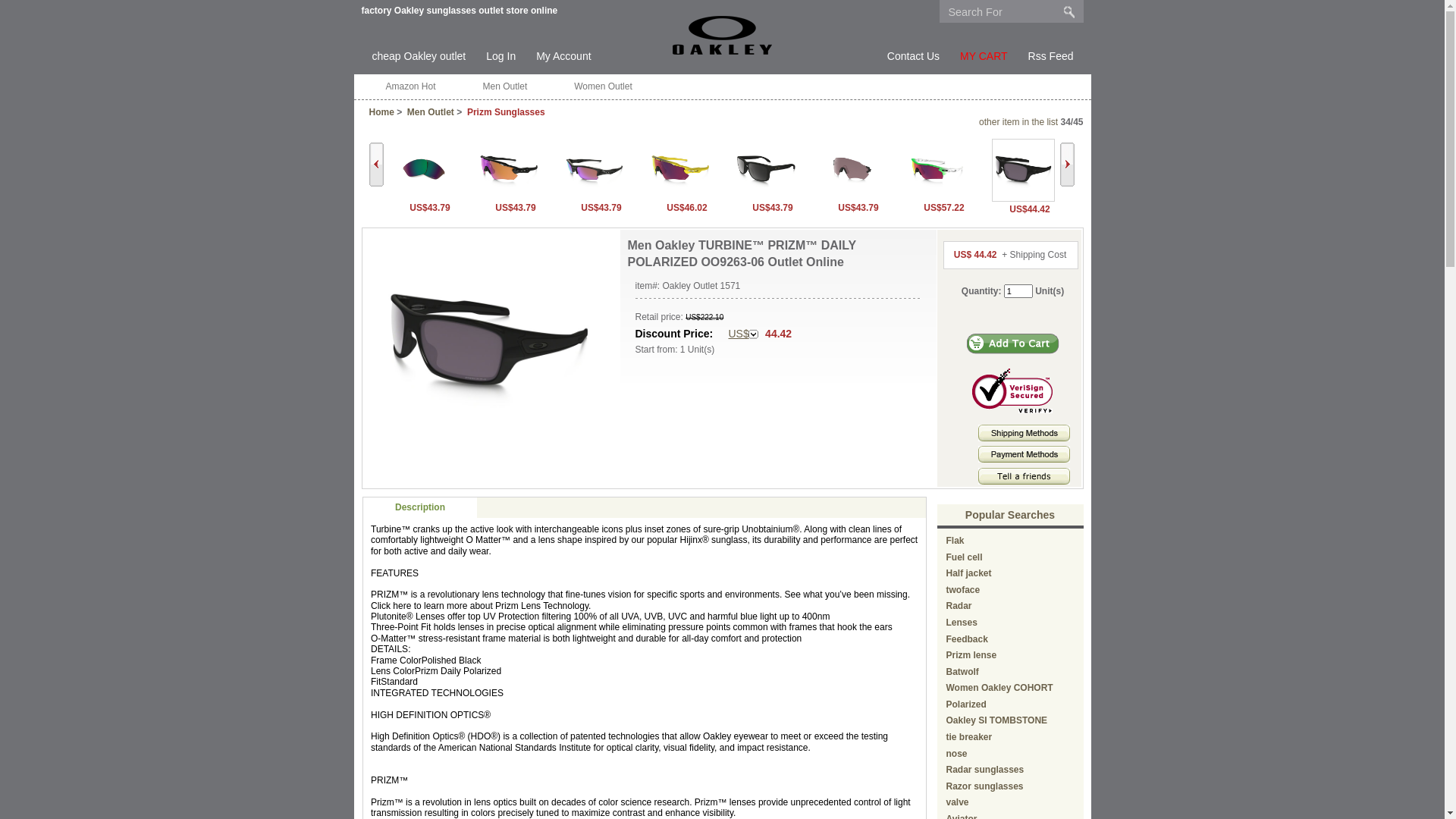 This screenshot has height=819, width=1456. Describe the element at coordinates (1018, 121) in the screenshot. I see `'other item in the list'` at that location.